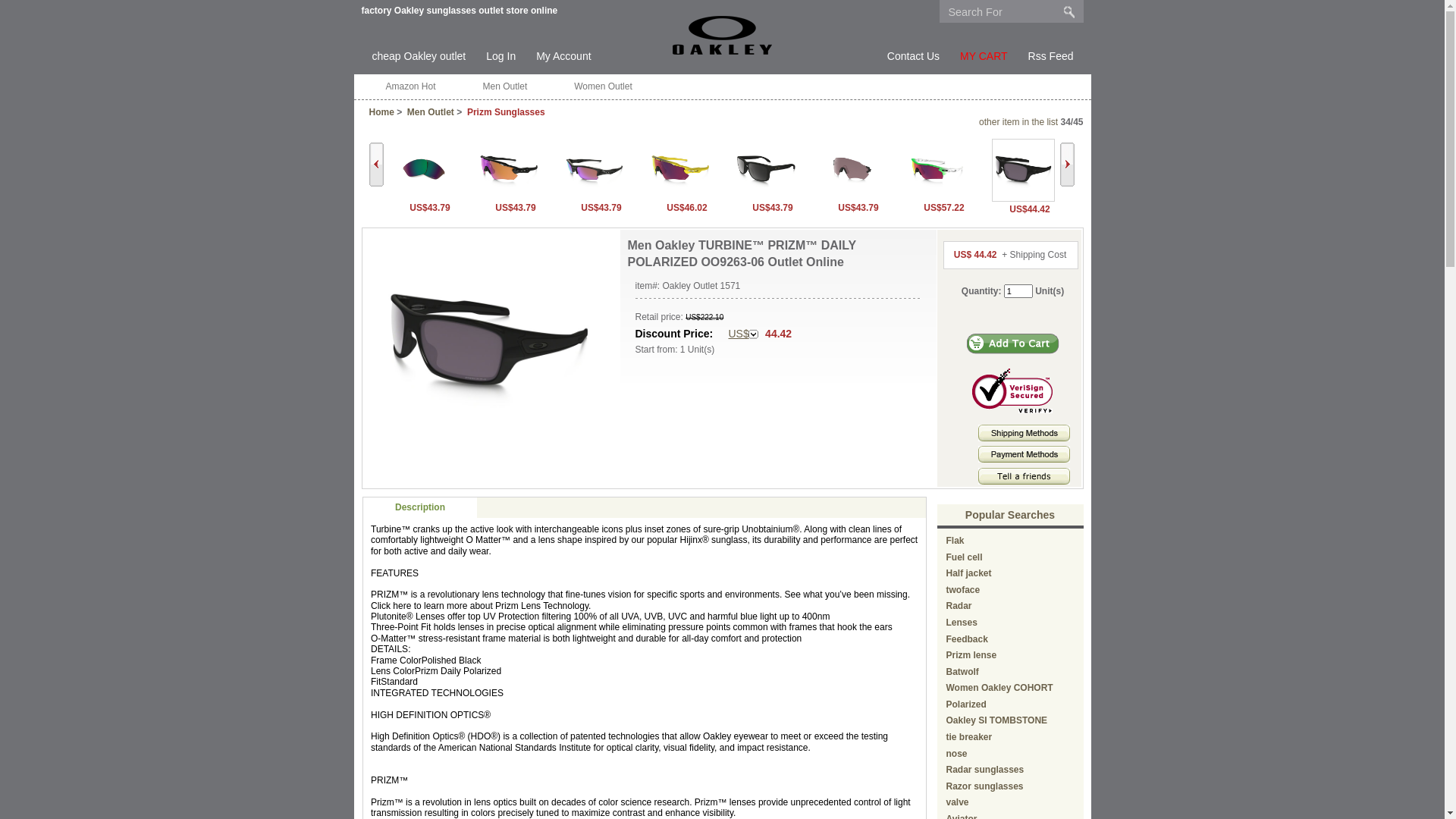 This screenshot has height=819, width=1456. Describe the element at coordinates (1018, 121) in the screenshot. I see `'other item in the list'` at that location.